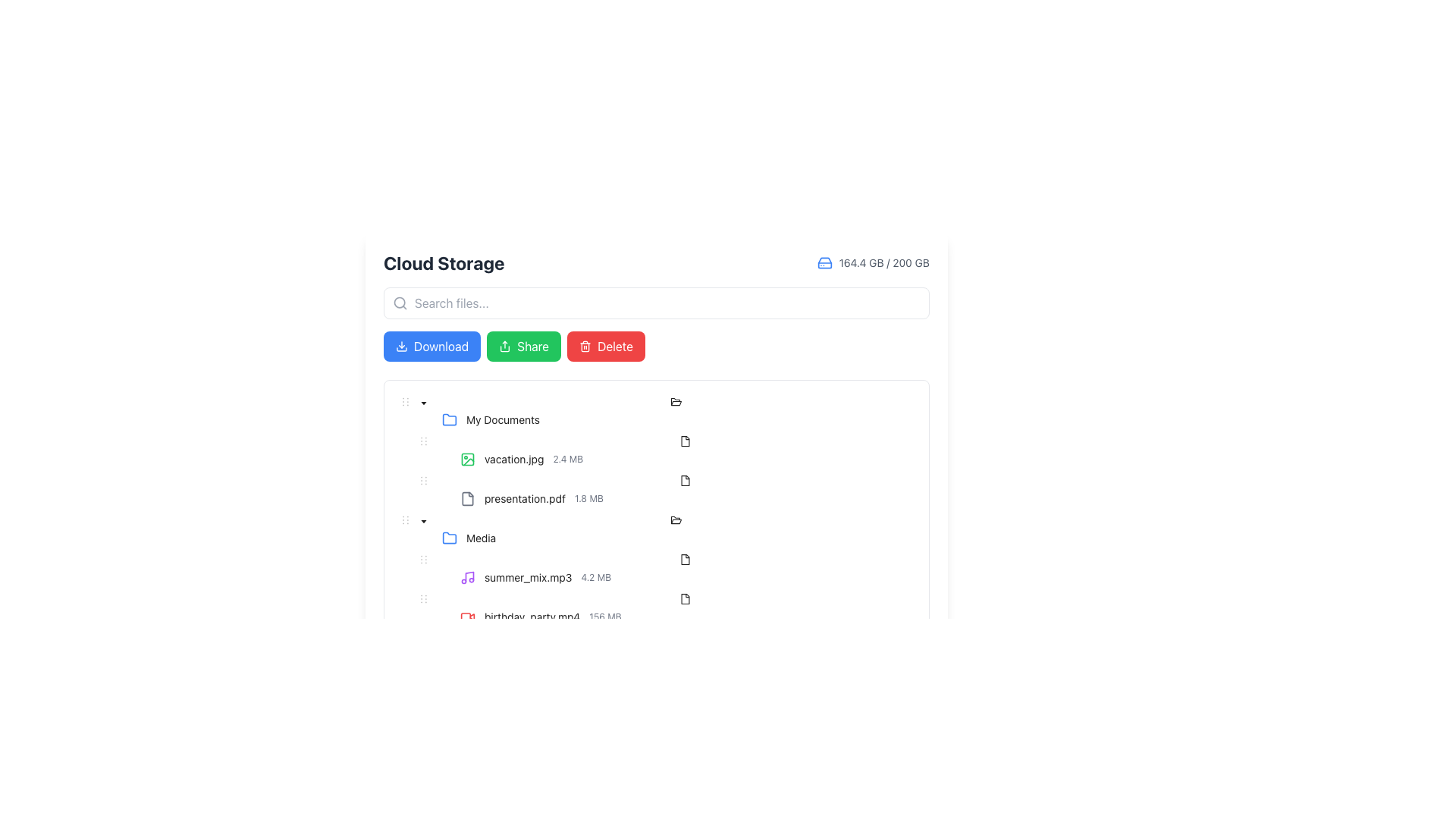 Image resolution: width=1456 pixels, height=819 pixels. I want to click on the 'Delete' icon located in the red 'Delete' button towards the right in the header section, so click(585, 346).